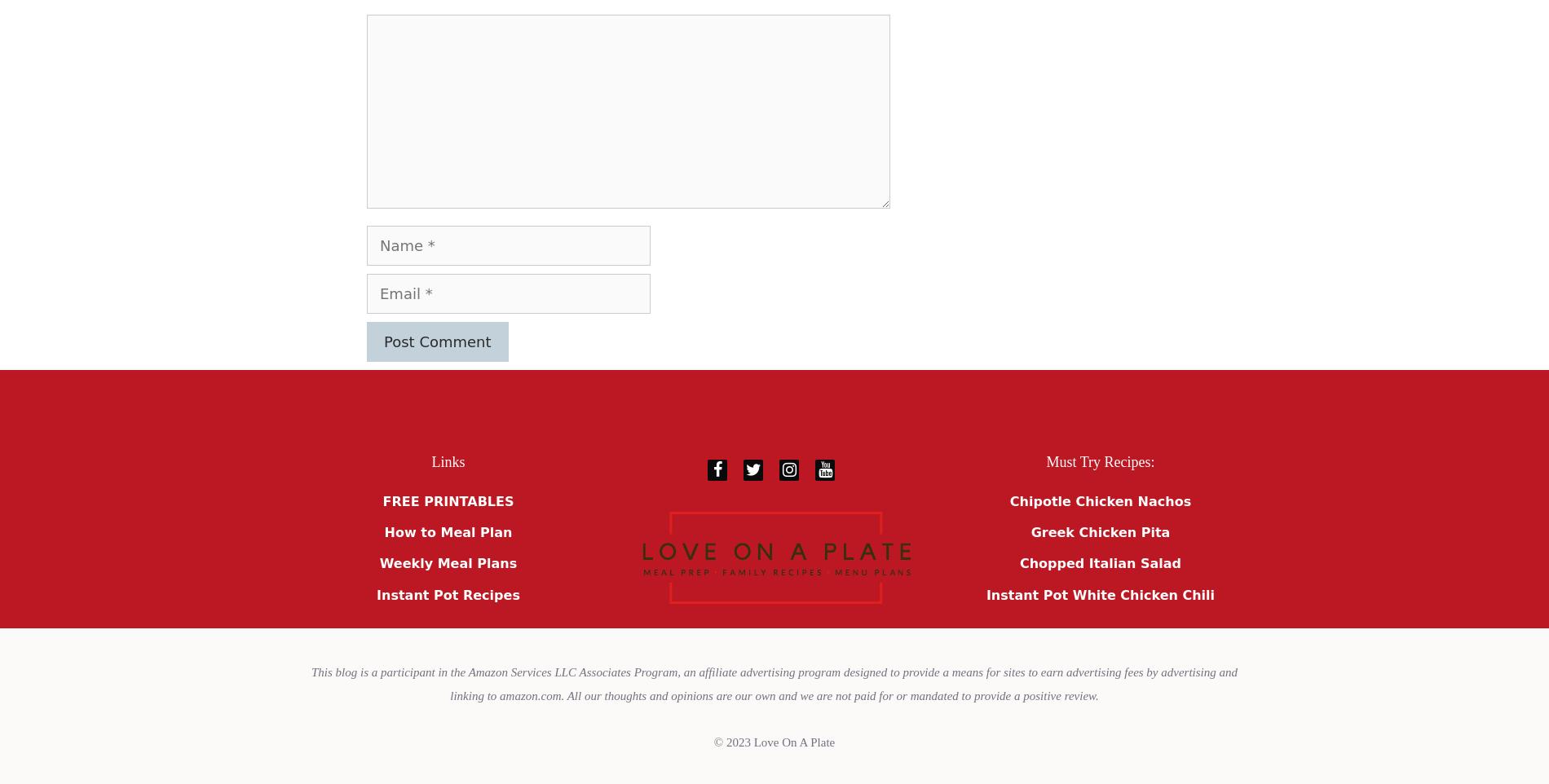 Image resolution: width=1549 pixels, height=784 pixels. I want to click on 'Chopped Italian Salad', so click(1018, 562).